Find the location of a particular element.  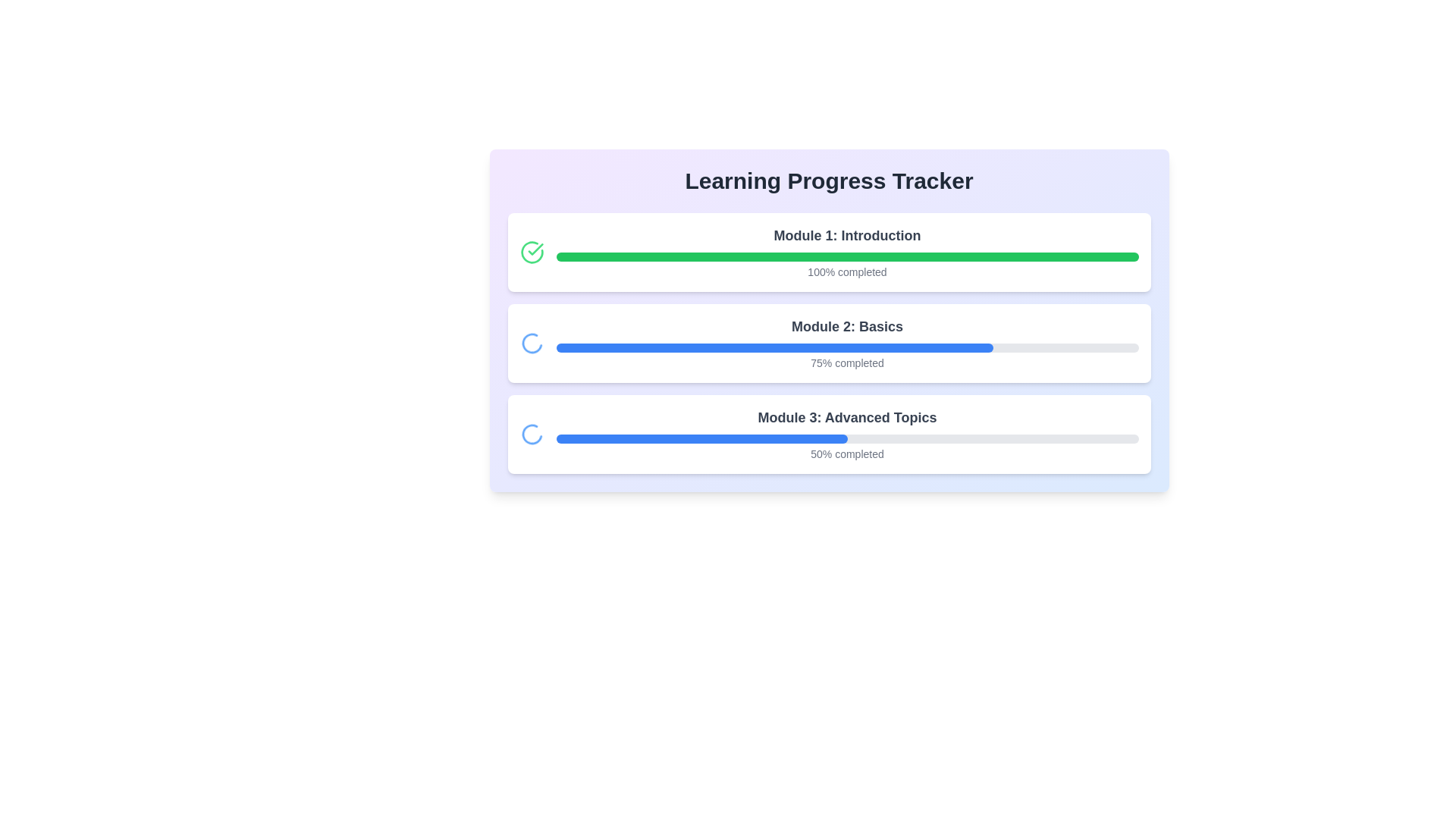

the visual state of the blue progress bar indicator, which is horizontally elongated with rounded ends, located between the text 'Module 2: Basics' and '75% completed', to understand the current progress is located at coordinates (774, 348).